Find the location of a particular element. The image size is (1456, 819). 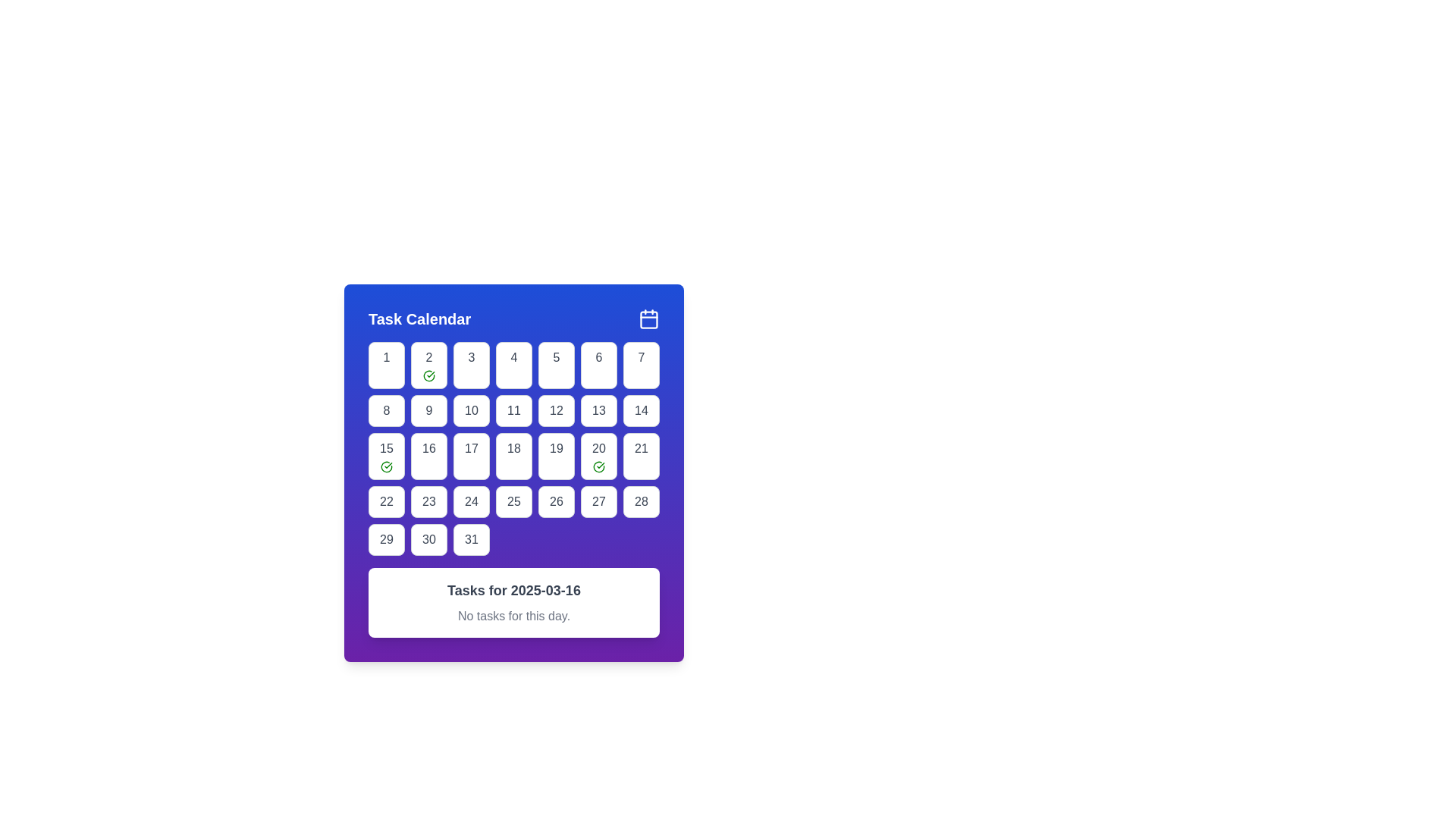

the calendar icon located at the top right corner of the blue header is located at coordinates (648, 318).